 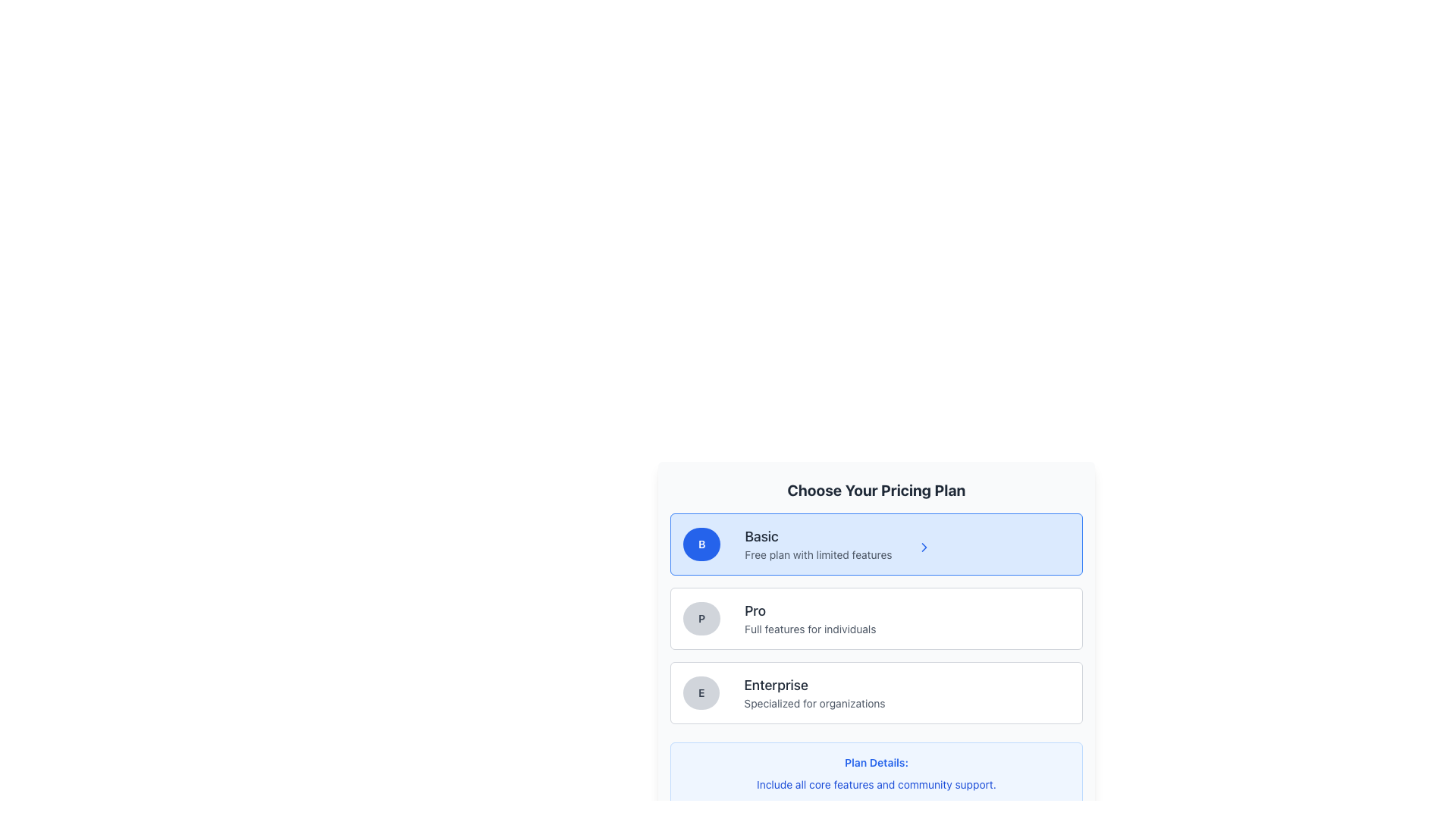 I want to click on the arrow icon in the 'Basic' plan section, so click(x=923, y=547).